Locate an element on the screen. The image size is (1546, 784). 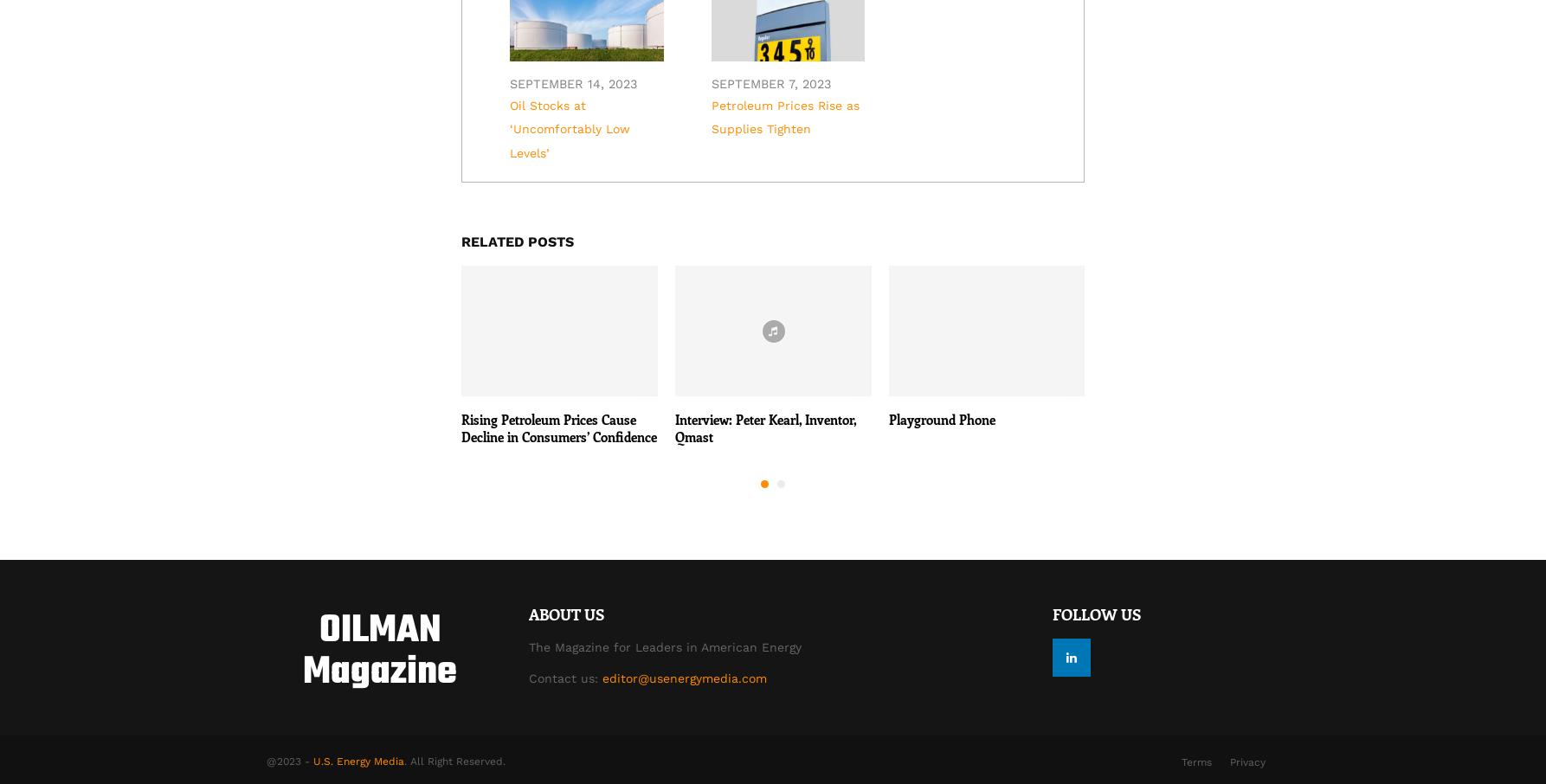
'Privacy' is located at coordinates (1228, 762).